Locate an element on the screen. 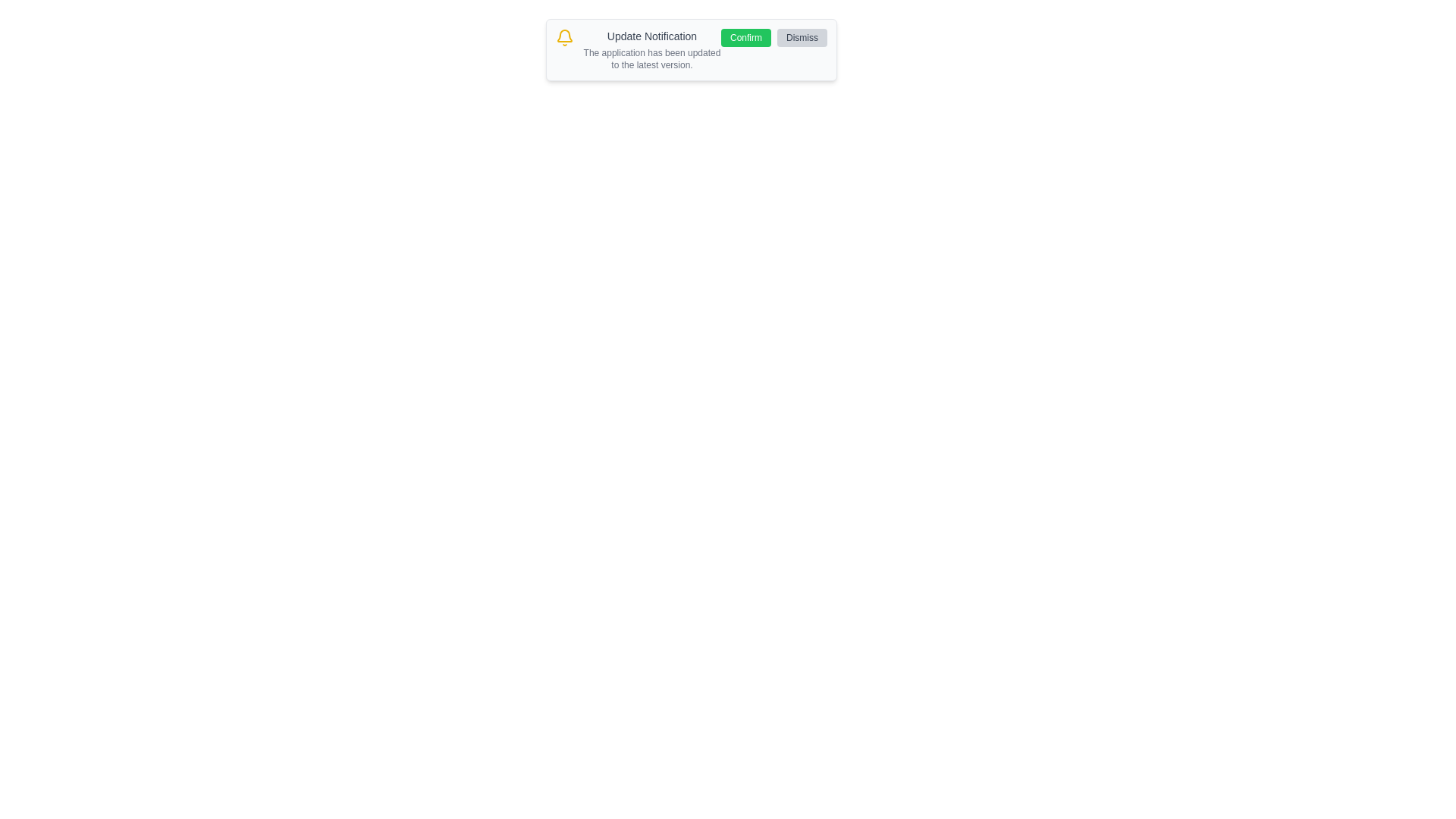  the user notification text element that indicates an application update, located centrally in the notification card layout, positioned between a bell icon and the 'Confirm' and 'Dismiss' buttons is located at coordinates (651, 49).